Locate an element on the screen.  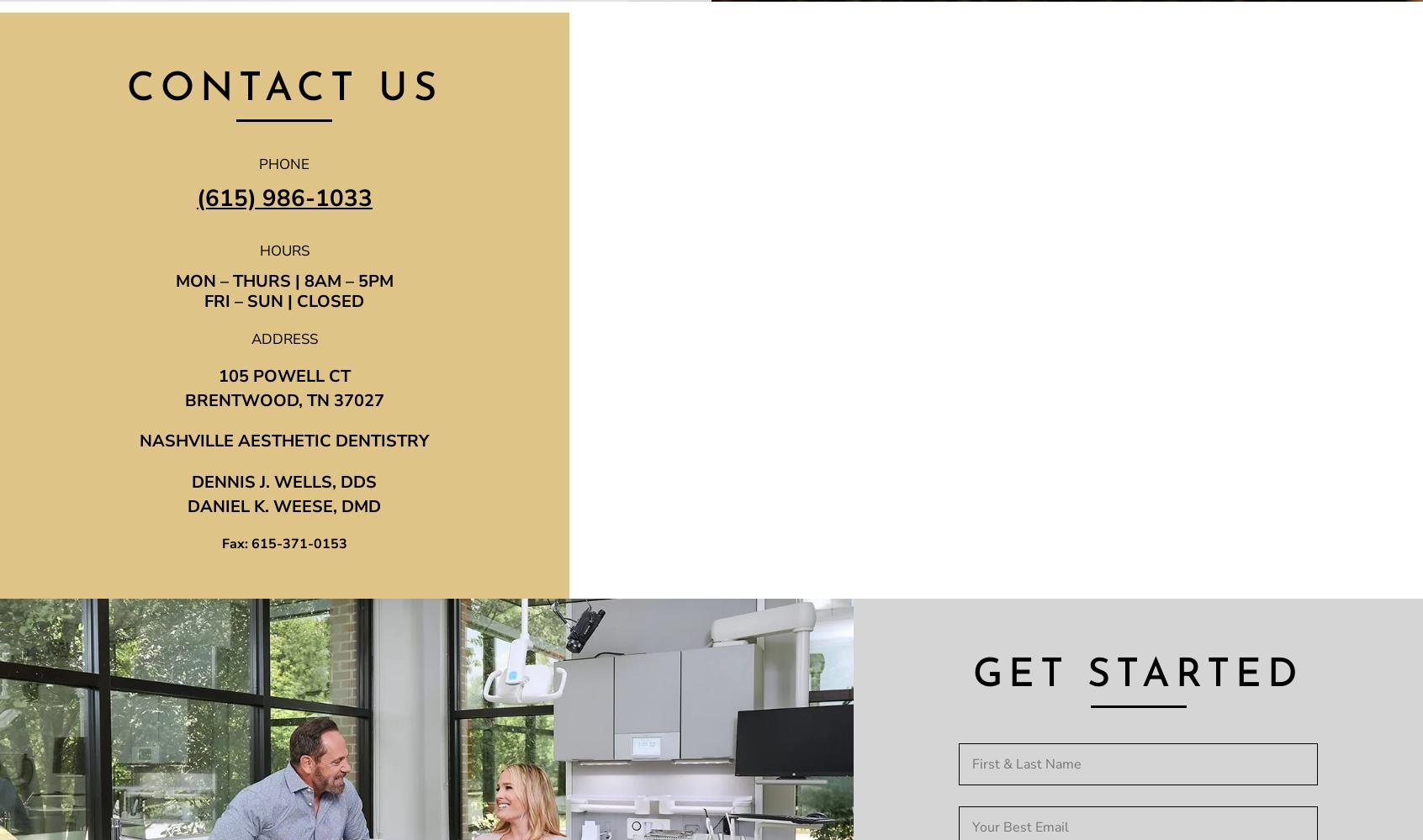
'NASHVILLE AESTHETIC DENTISTRY' is located at coordinates (138, 440).